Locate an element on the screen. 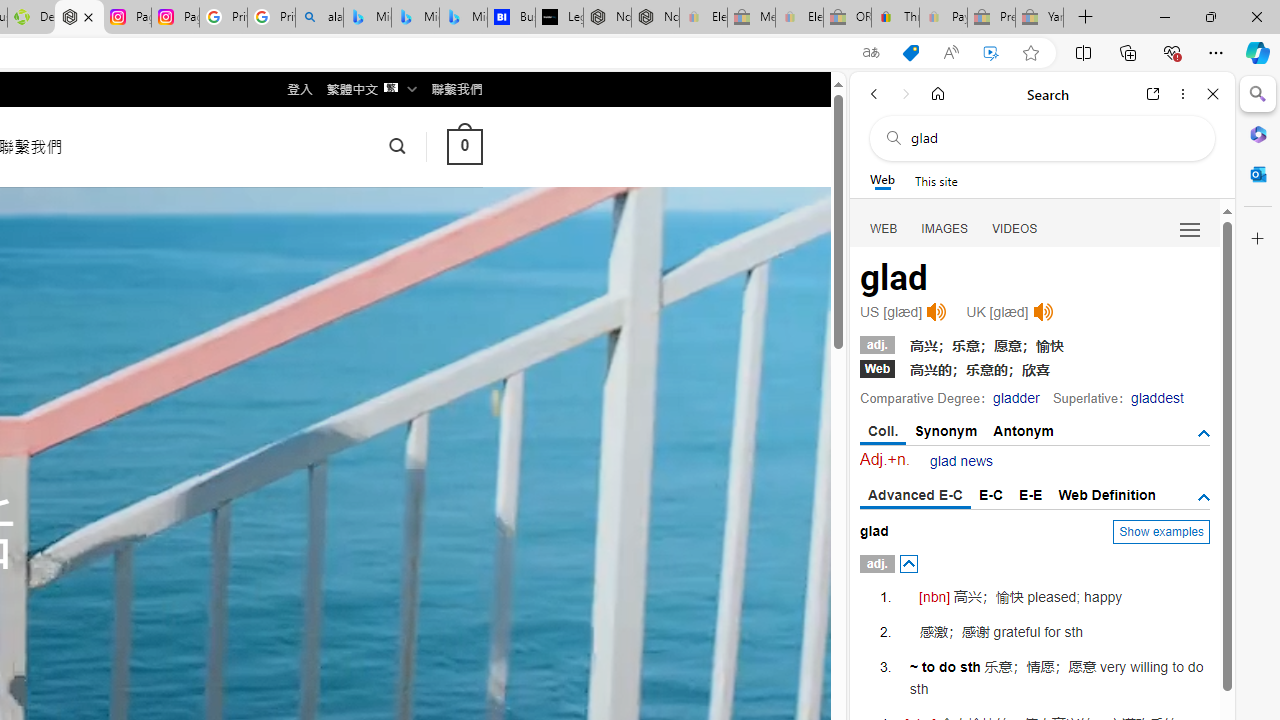  'Threats and offensive language policy | eBay' is located at coordinates (894, 17).